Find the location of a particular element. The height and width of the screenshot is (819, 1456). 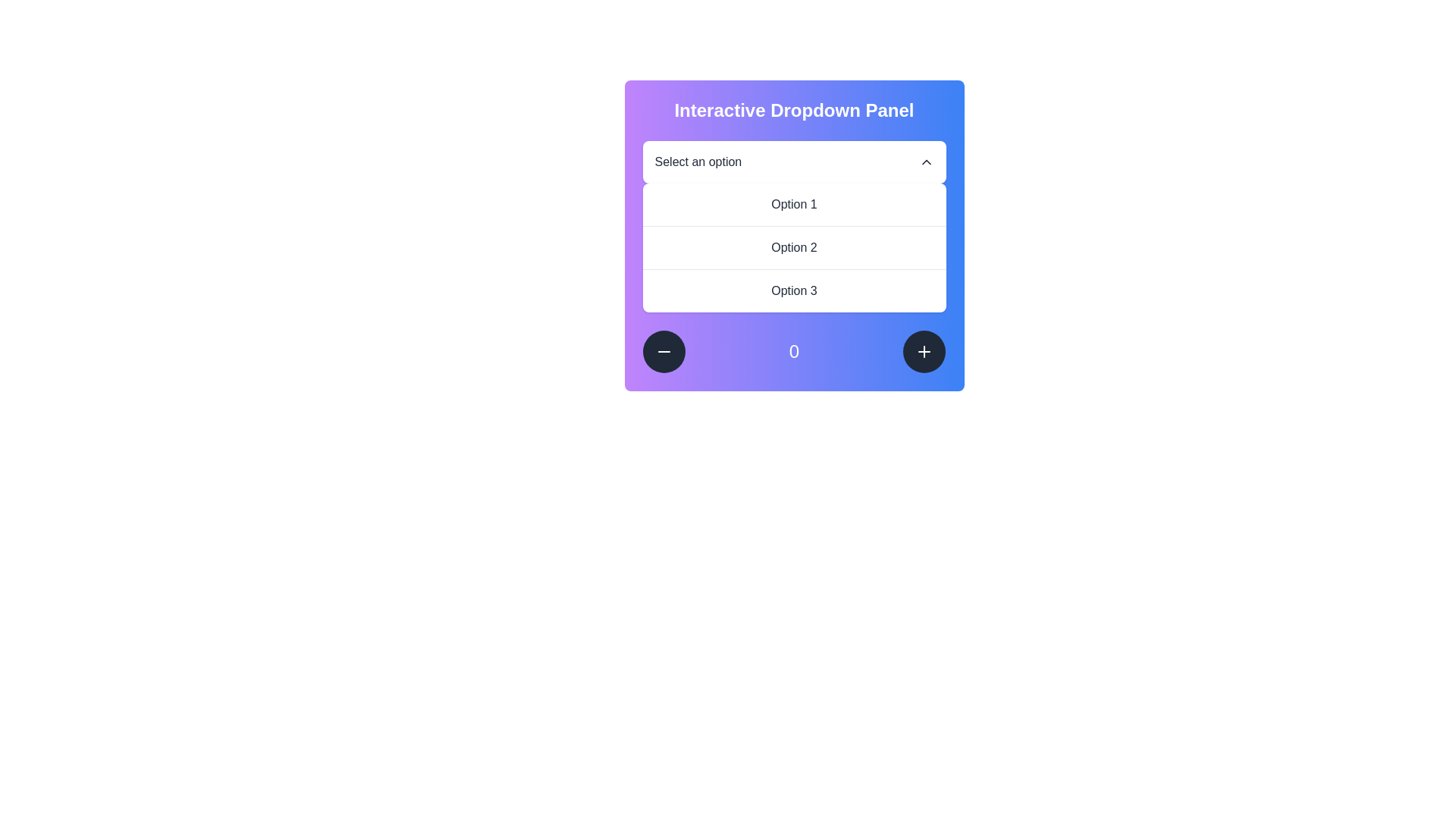

the text label located in the top-left area of the dropdown menu to open the dropdown options is located at coordinates (697, 162).